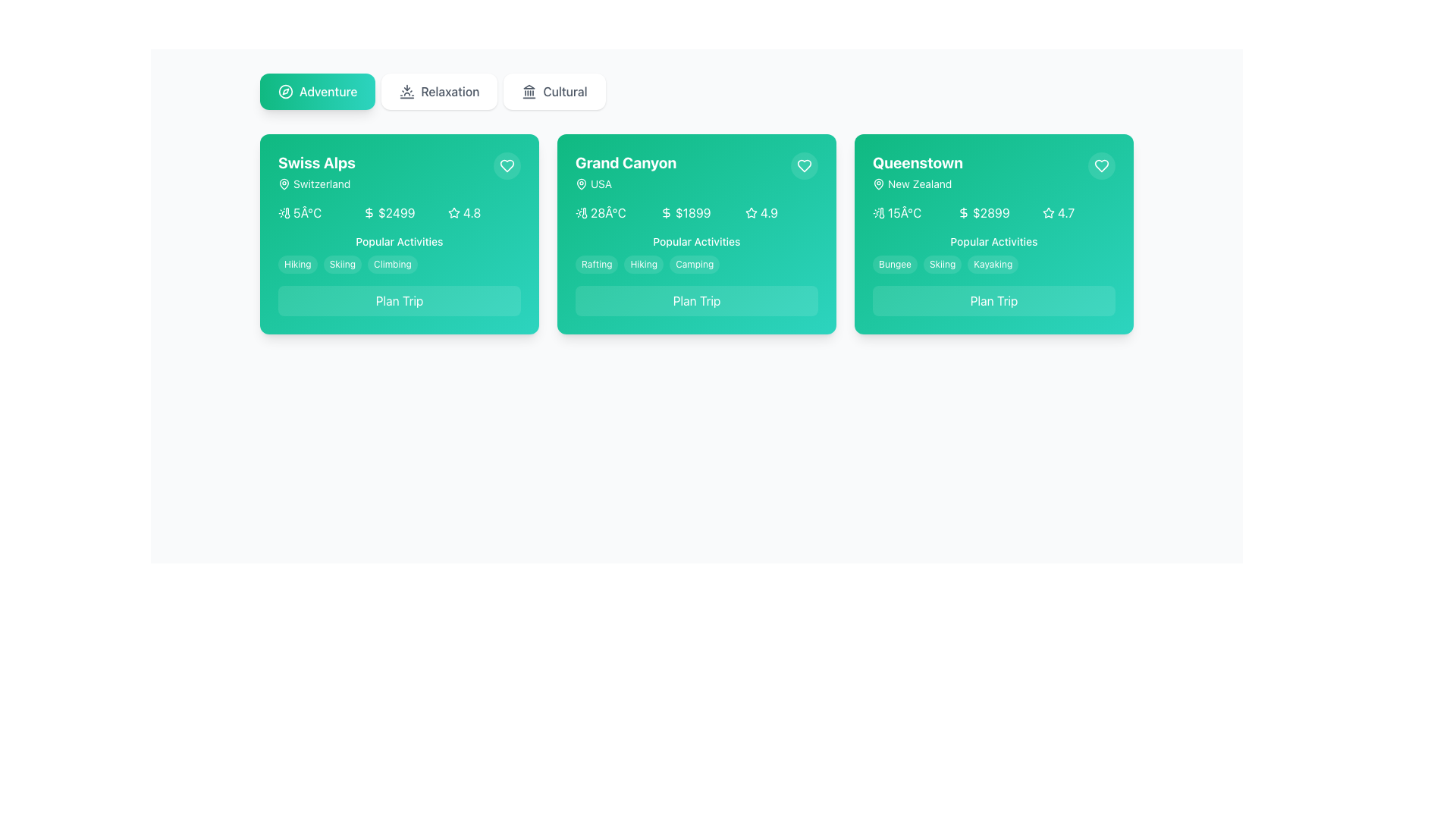 Image resolution: width=1456 pixels, height=819 pixels. Describe the element at coordinates (449, 91) in the screenshot. I see `the 'Relaxation' text label within the navigation bar, which is styled in grey bold font and centered in a white rounded rectangle` at that location.